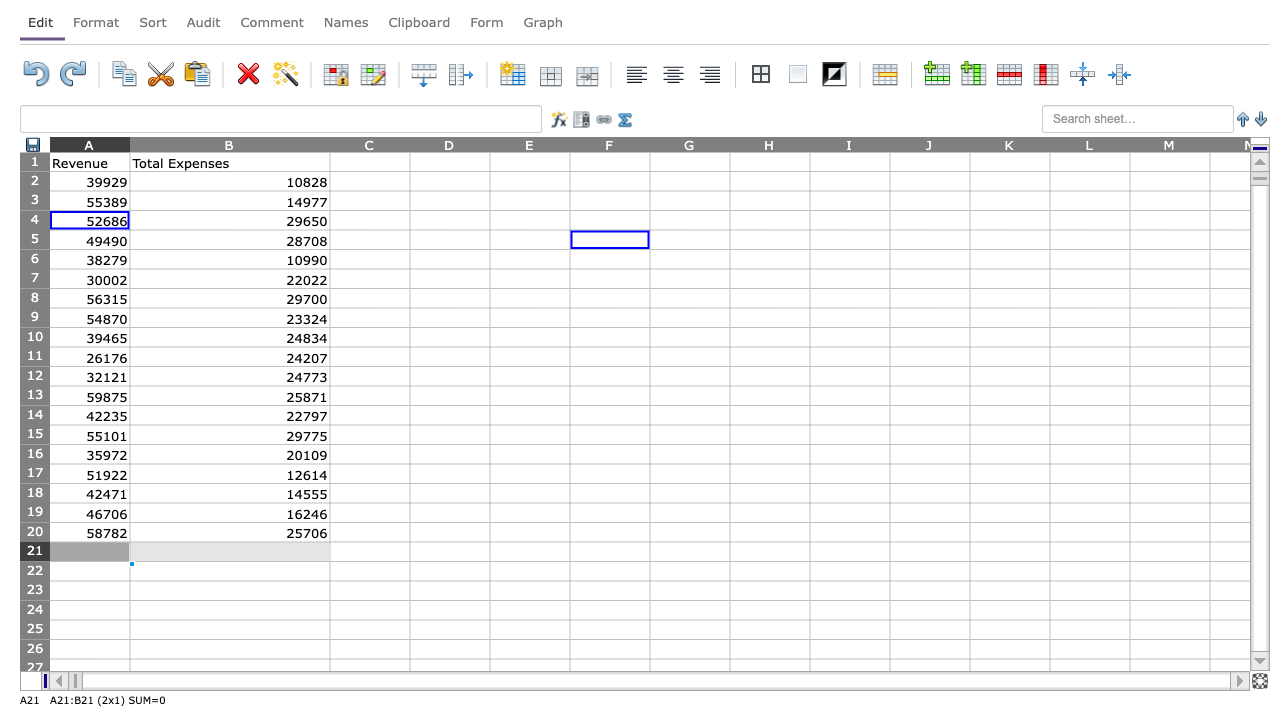 The image size is (1280, 720). Describe the element at coordinates (34, 571) in the screenshot. I see `row header 22` at that location.